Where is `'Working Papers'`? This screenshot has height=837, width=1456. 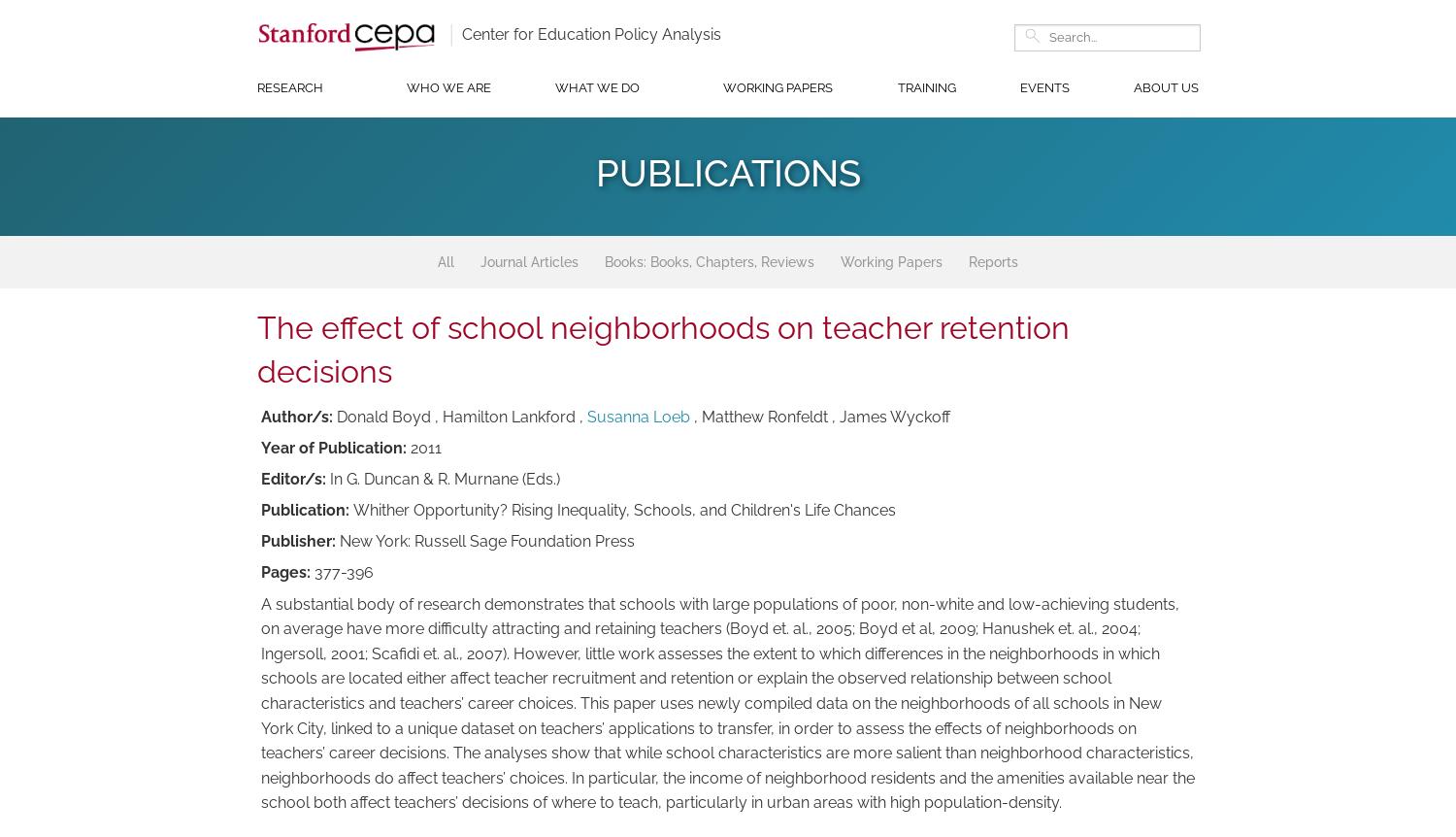
'Working Papers' is located at coordinates (839, 260).